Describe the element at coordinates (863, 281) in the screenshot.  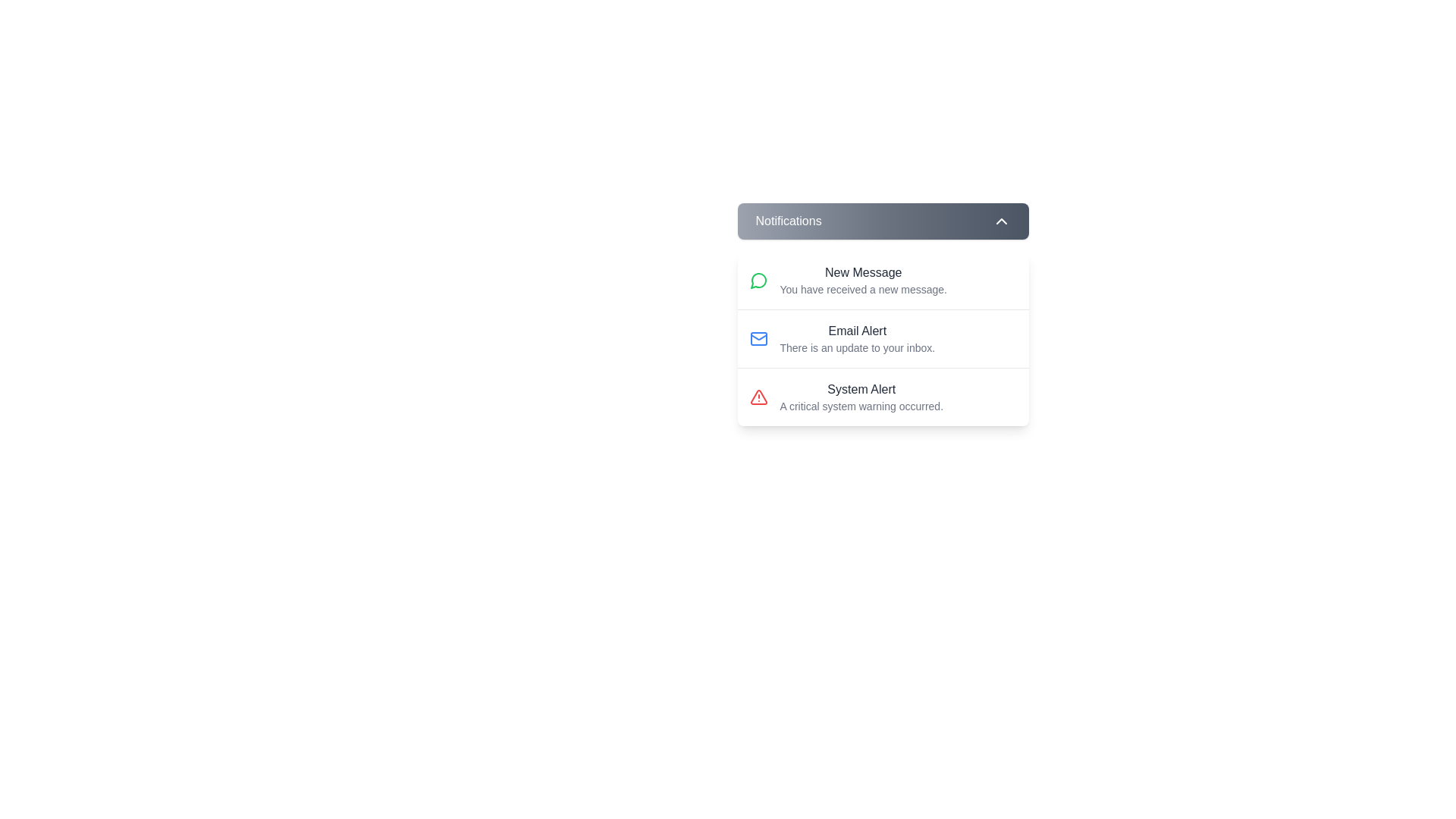
I see `the 'New Message' text display in the notification panel, which shows a bold 'New Message' and a smaller 'You have received a new message.'` at that location.